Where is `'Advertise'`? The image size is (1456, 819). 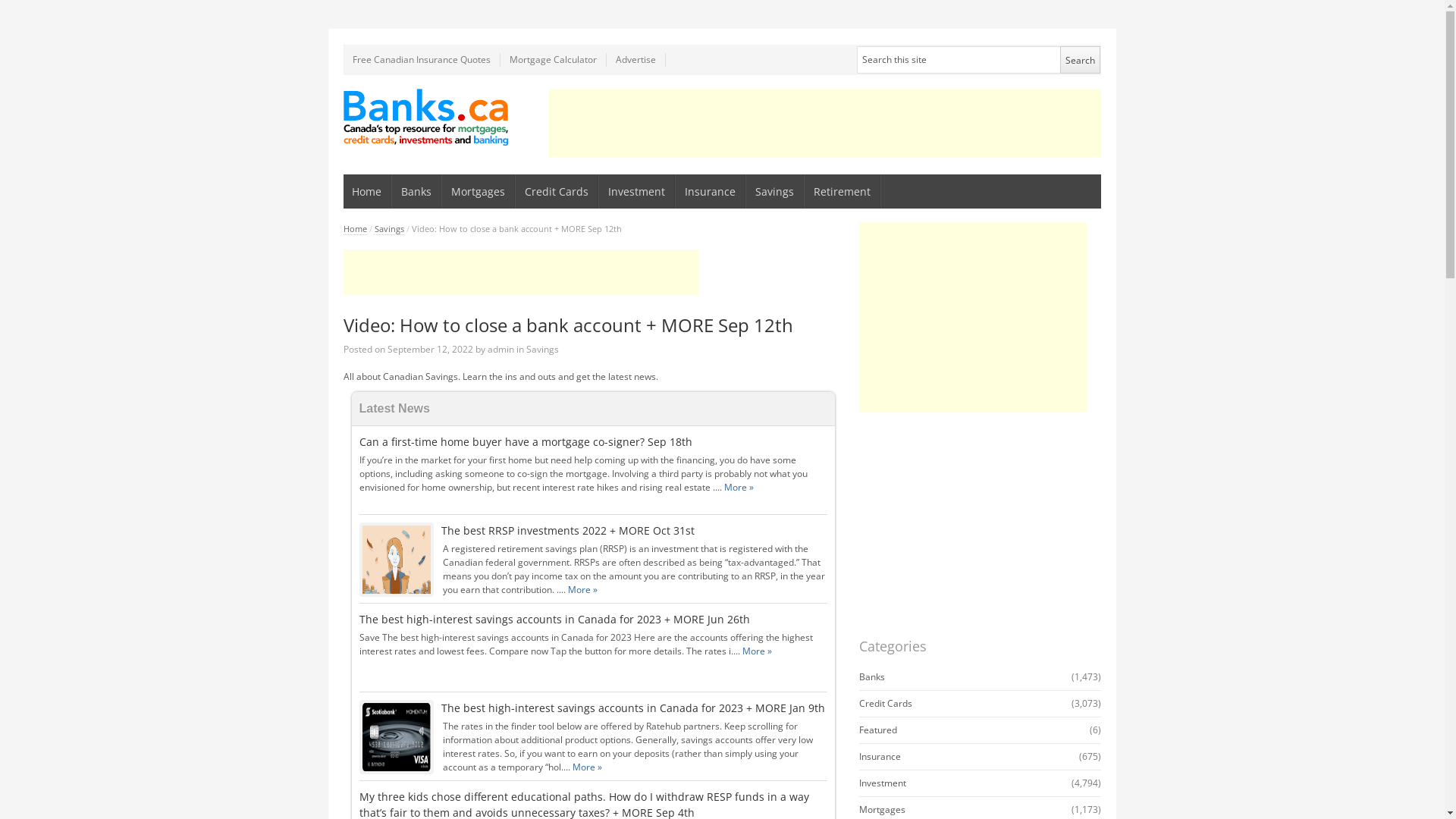 'Advertise' is located at coordinates (636, 58).